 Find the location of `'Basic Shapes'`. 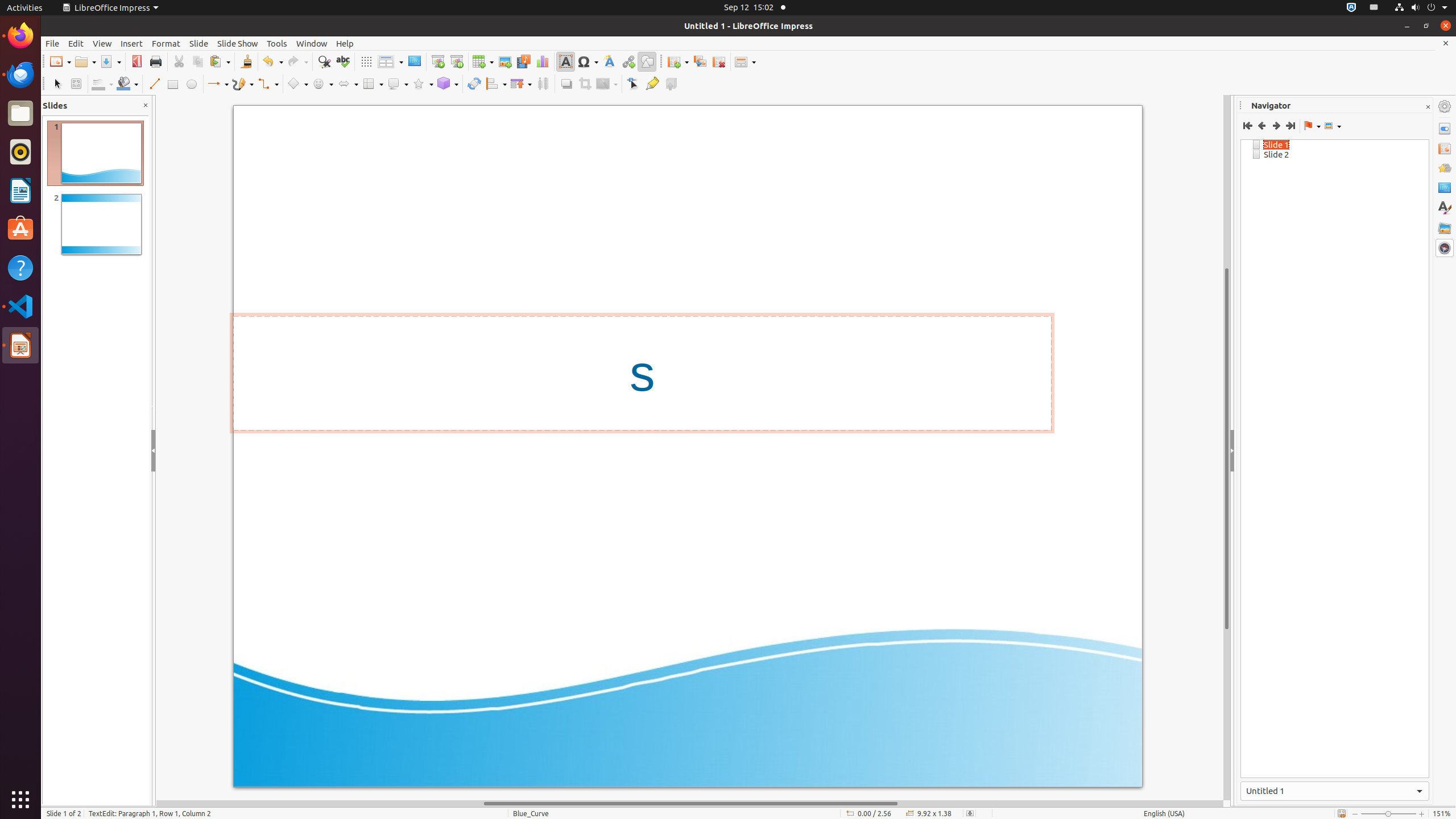

'Basic Shapes' is located at coordinates (297, 83).